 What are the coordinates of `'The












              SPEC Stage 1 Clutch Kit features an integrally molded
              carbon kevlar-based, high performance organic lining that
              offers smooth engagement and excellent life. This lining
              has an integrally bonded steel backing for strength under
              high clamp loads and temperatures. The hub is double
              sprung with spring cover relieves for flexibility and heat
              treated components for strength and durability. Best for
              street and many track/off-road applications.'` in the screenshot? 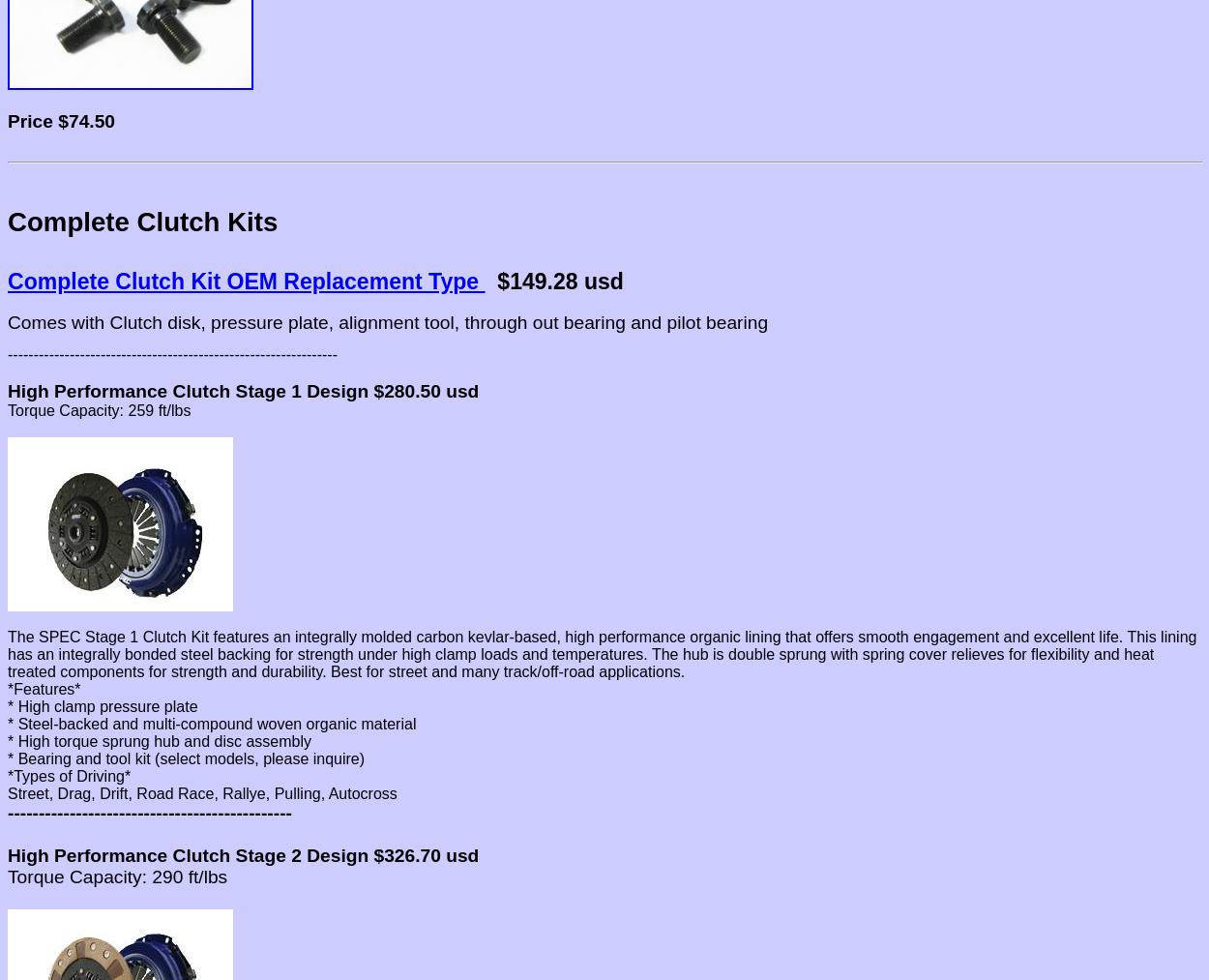 It's located at (601, 653).